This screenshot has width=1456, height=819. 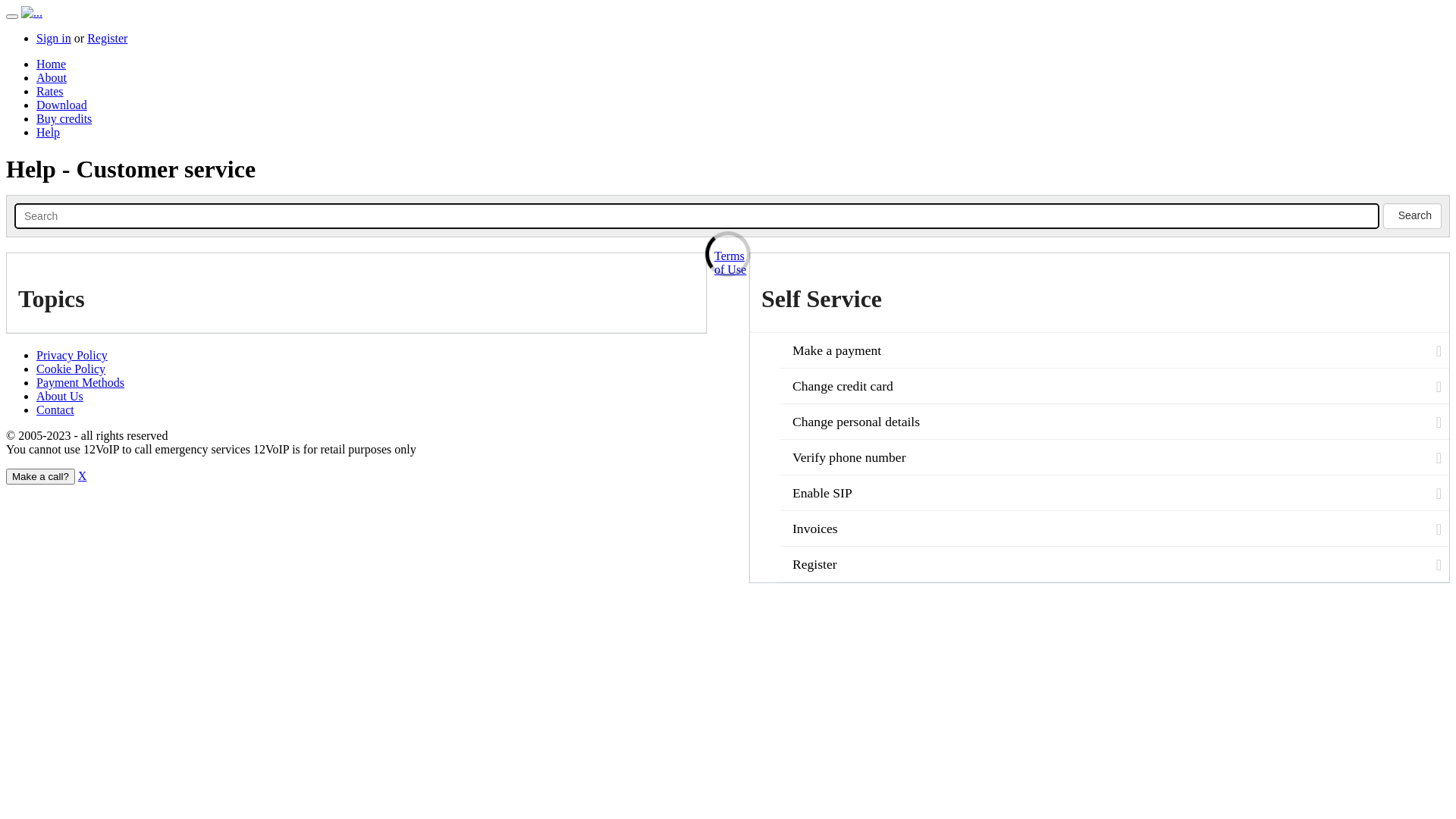 What do you see at coordinates (40, 475) in the screenshot?
I see `'Make a call?'` at bounding box center [40, 475].